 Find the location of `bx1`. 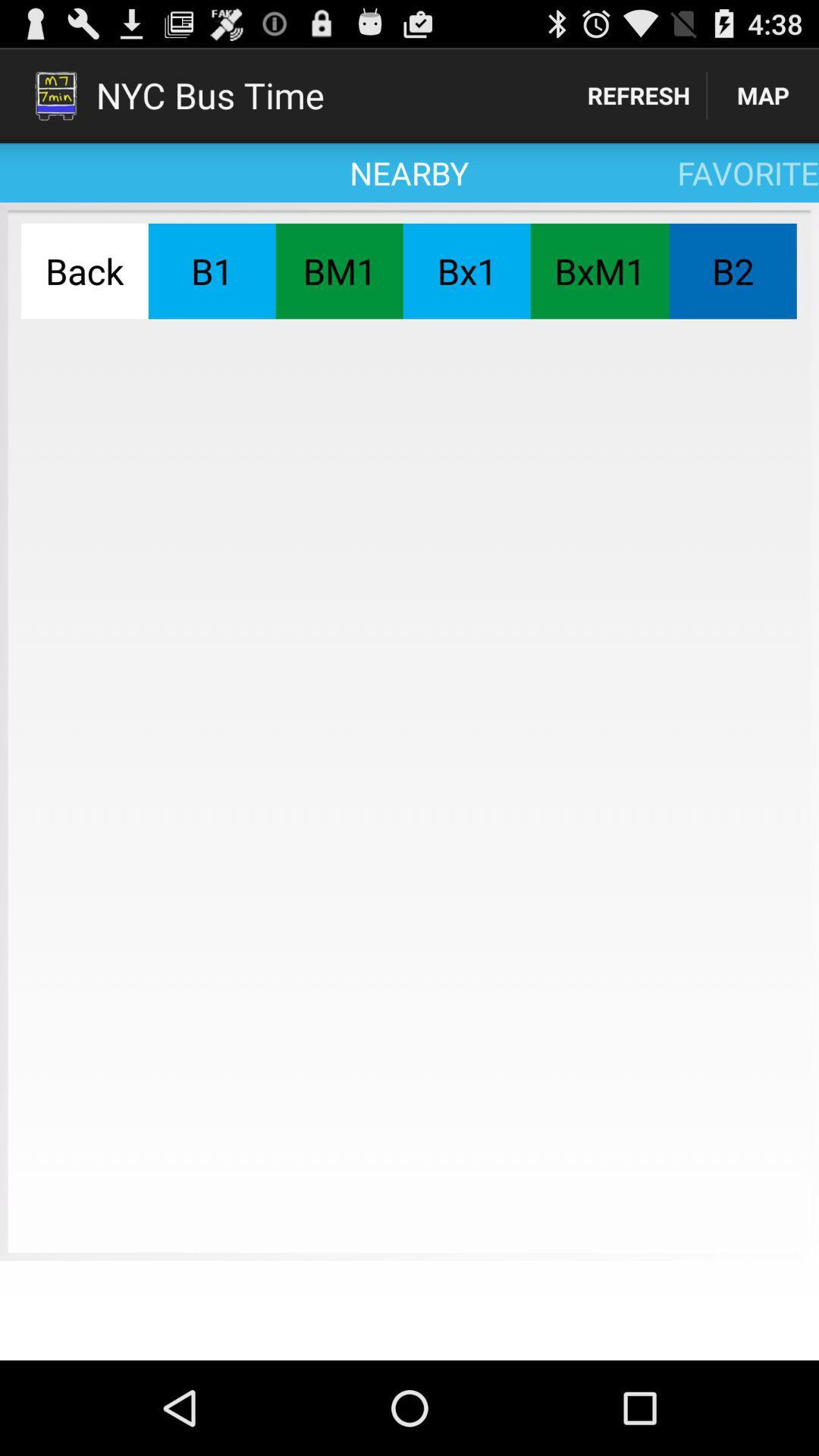

bx1 is located at coordinates (466, 271).